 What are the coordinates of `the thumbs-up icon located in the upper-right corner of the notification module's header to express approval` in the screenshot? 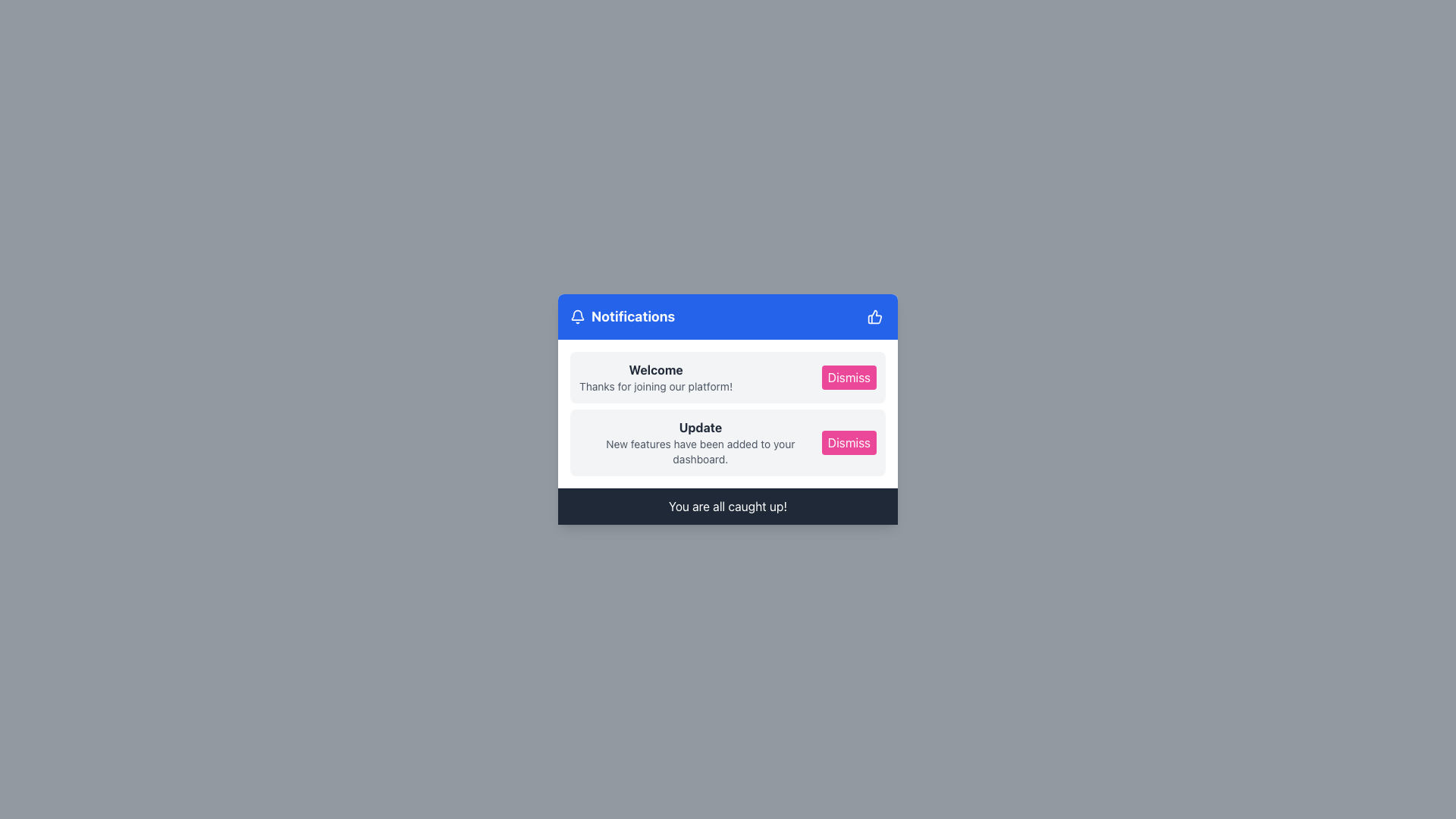 It's located at (874, 315).